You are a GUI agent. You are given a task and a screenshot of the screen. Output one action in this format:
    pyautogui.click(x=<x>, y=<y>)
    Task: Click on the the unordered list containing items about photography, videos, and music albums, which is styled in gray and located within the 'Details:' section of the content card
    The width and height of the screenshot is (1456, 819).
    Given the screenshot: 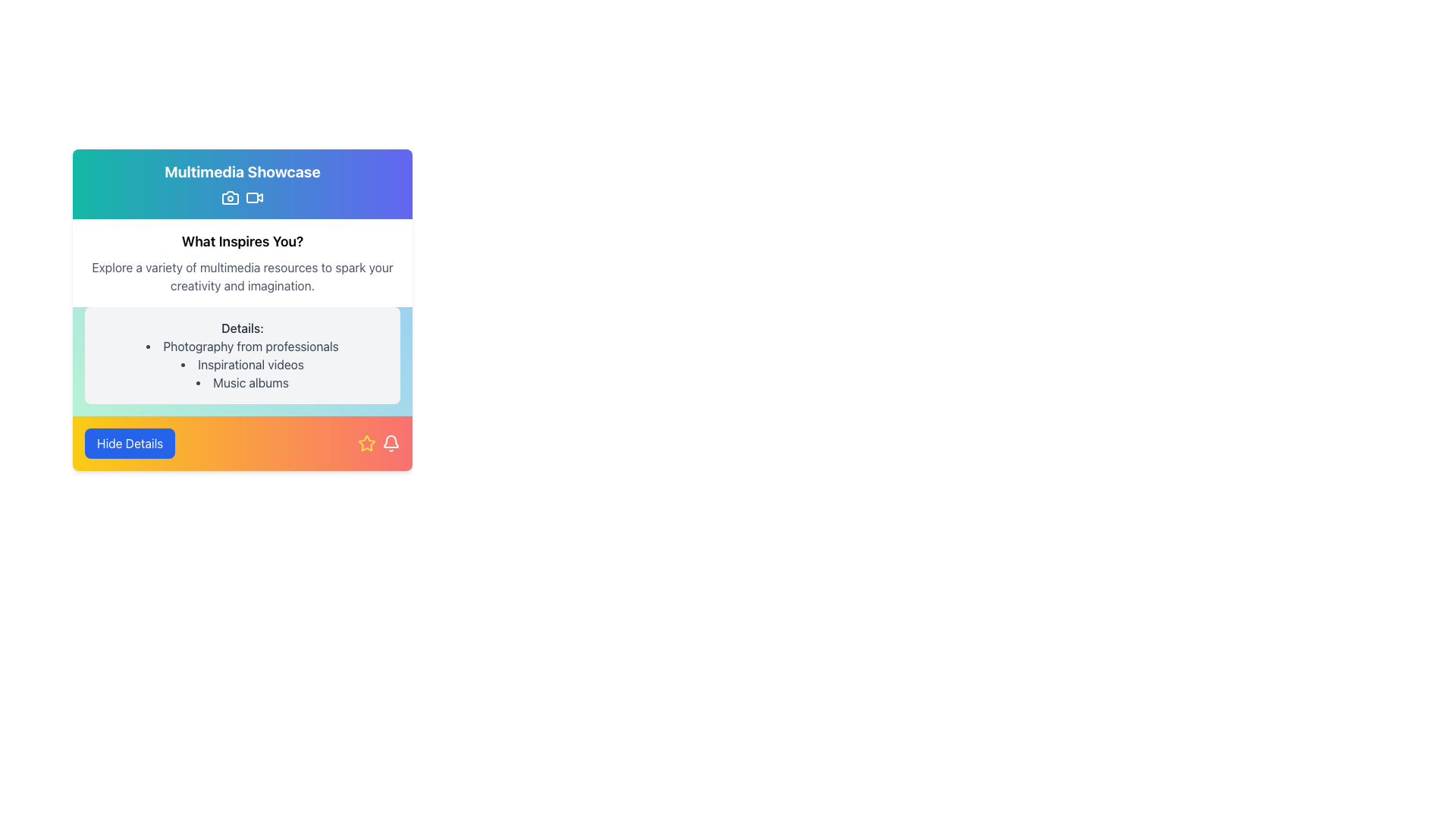 What is the action you would take?
    pyautogui.click(x=243, y=365)
    